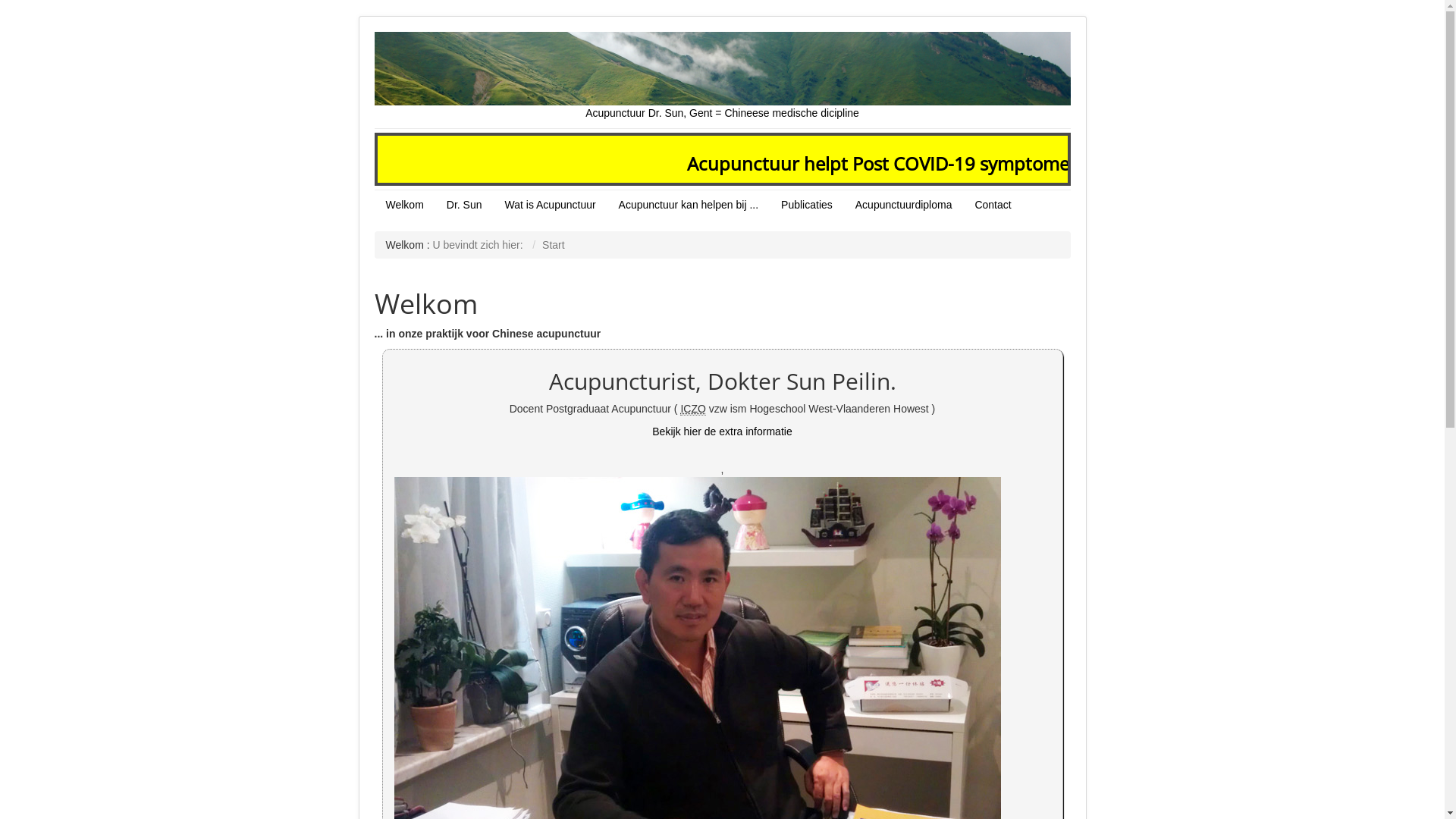 This screenshot has width=1456, height=819. Describe the element at coordinates (903, 205) in the screenshot. I see `'Acupunctuurdiploma'` at that location.